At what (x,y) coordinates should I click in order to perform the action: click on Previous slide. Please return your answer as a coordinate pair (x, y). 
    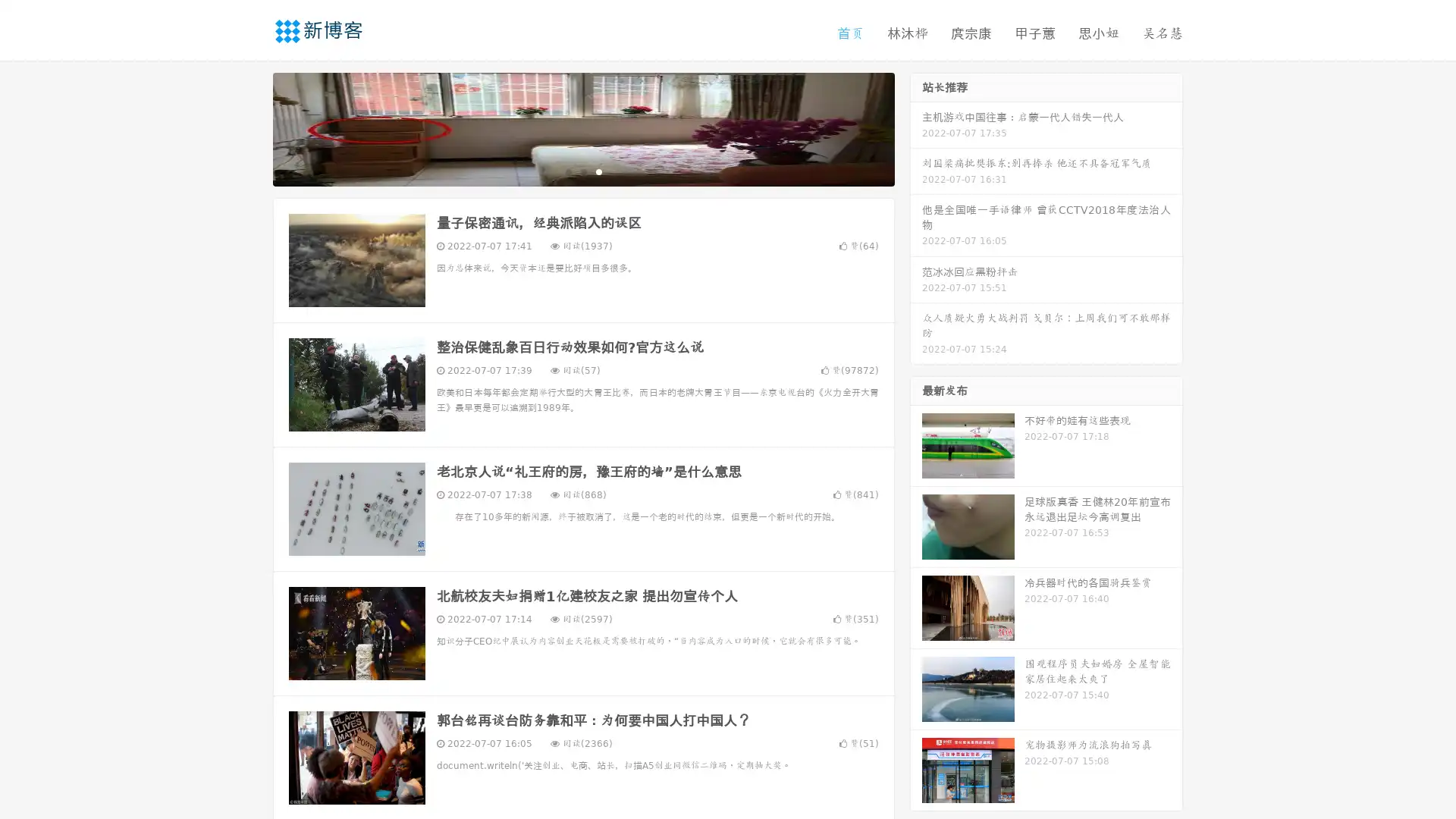
    Looking at the image, I should click on (250, 127).